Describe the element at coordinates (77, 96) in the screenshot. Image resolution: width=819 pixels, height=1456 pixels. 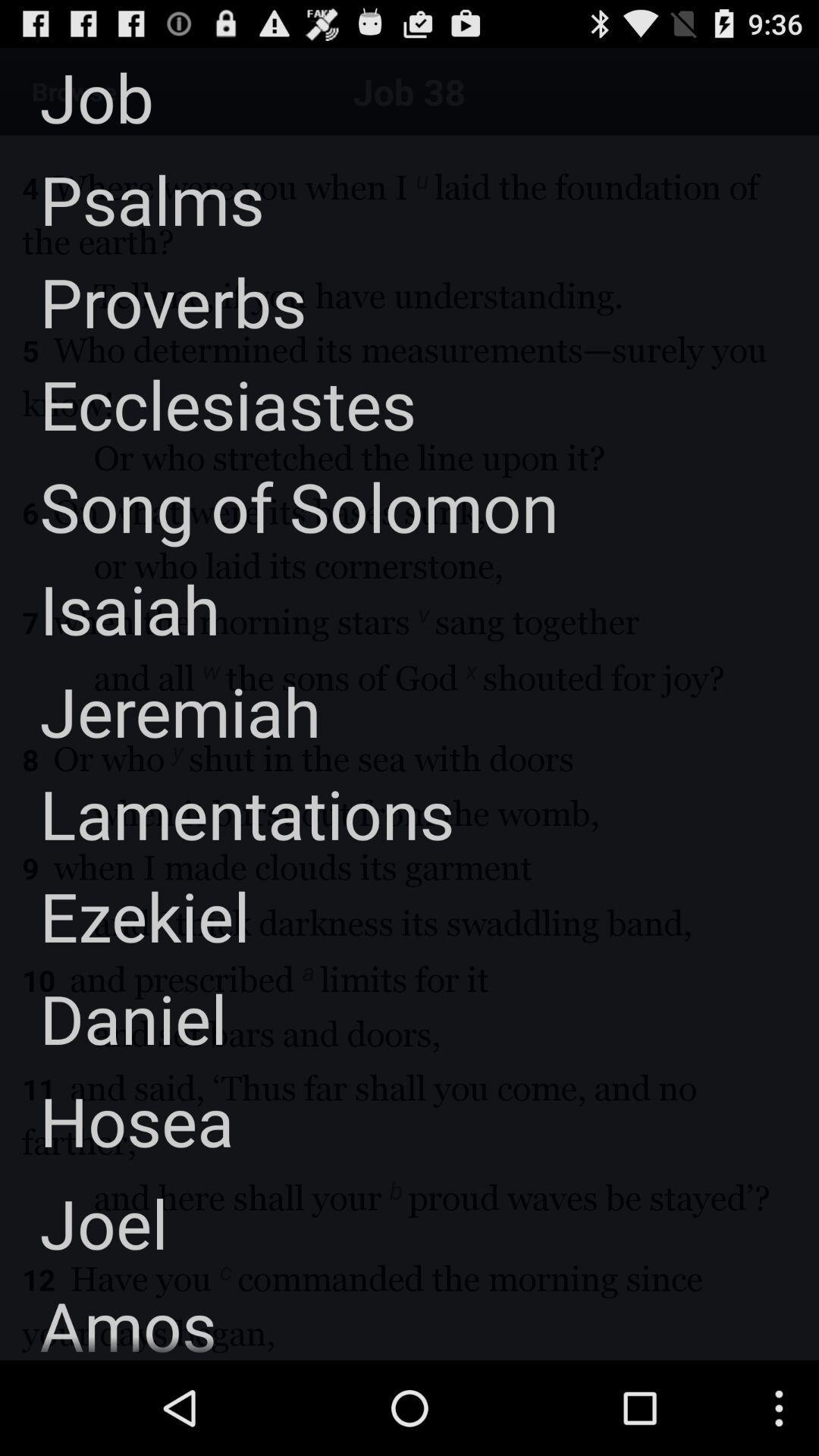
I see `the job app` at that location.